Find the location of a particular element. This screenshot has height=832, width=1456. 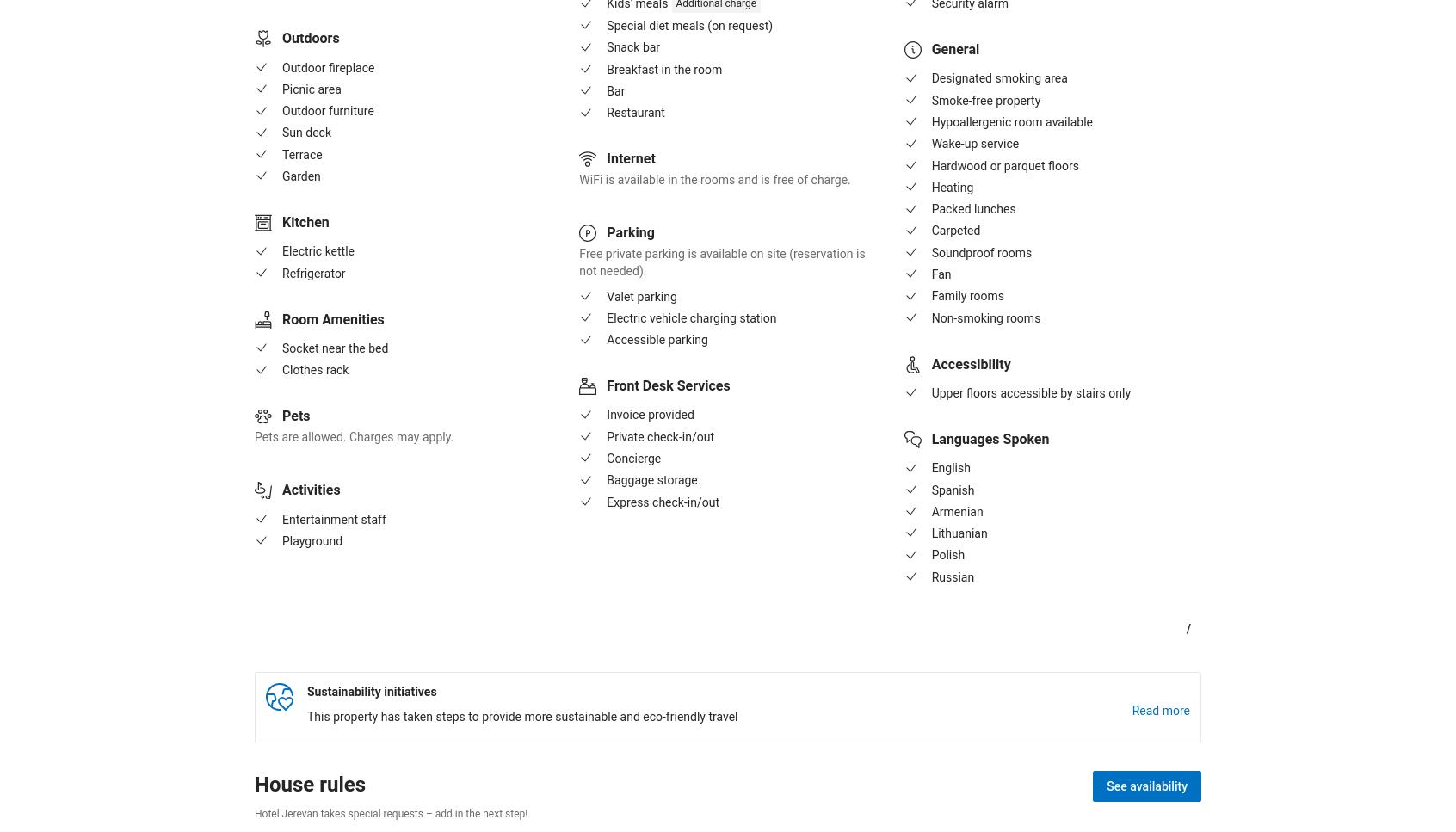

'Hardwood or parquet floors' is located at coordinates (931, 164).